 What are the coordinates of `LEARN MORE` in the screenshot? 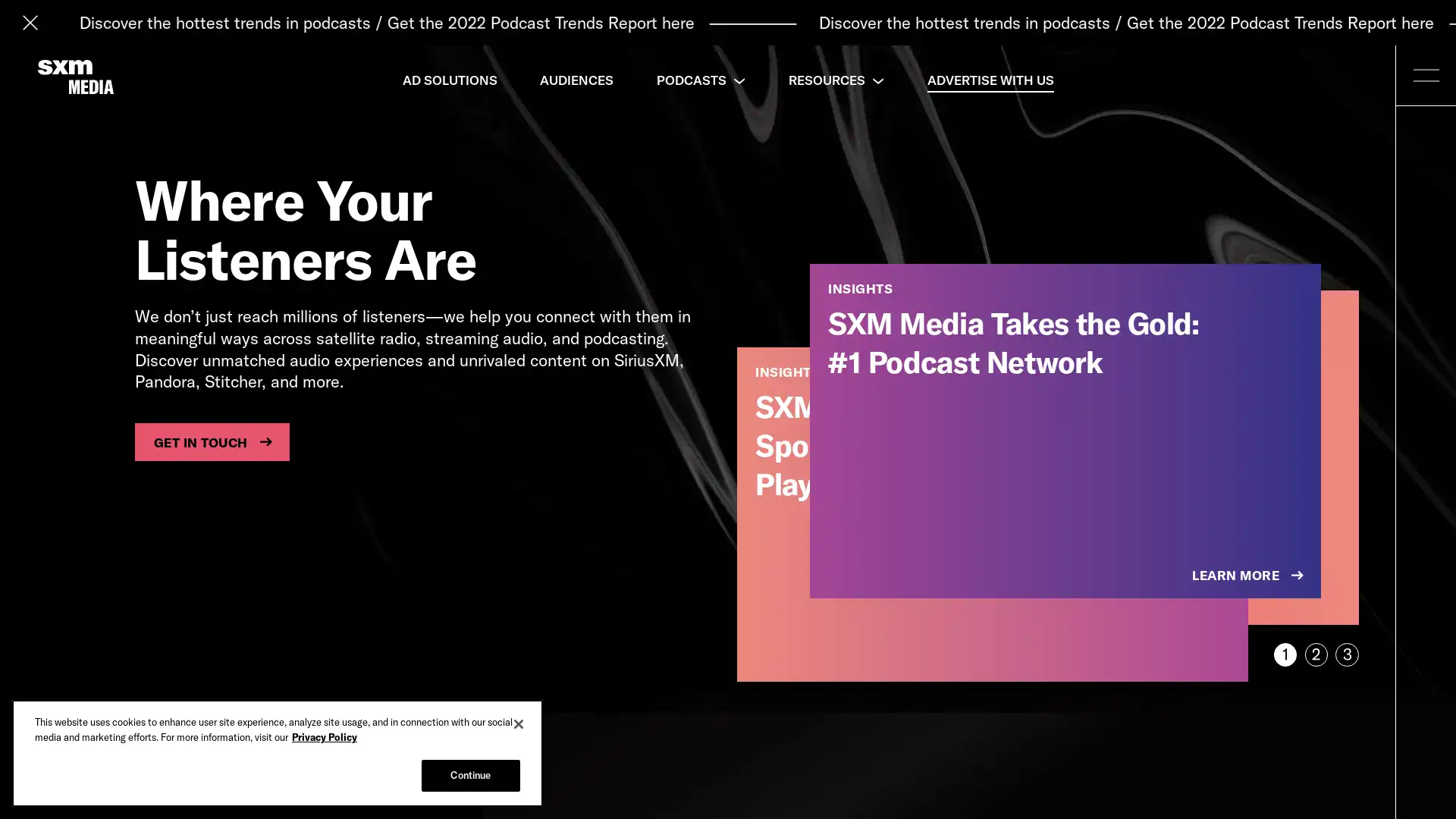 It's located at (1249, 576).